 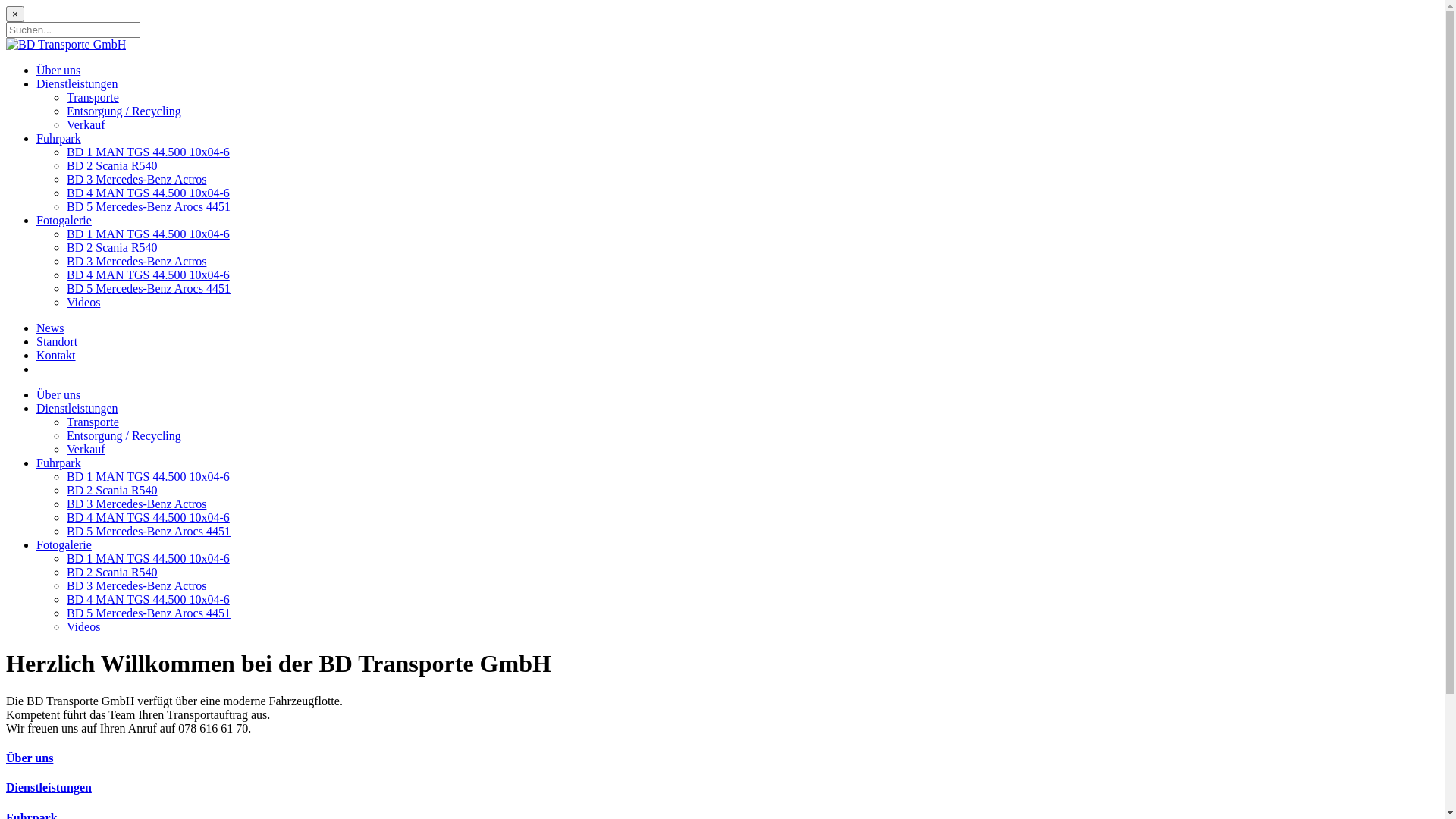 I want to click on 'BD 2 Scania R540', so click(x=111, y=165).